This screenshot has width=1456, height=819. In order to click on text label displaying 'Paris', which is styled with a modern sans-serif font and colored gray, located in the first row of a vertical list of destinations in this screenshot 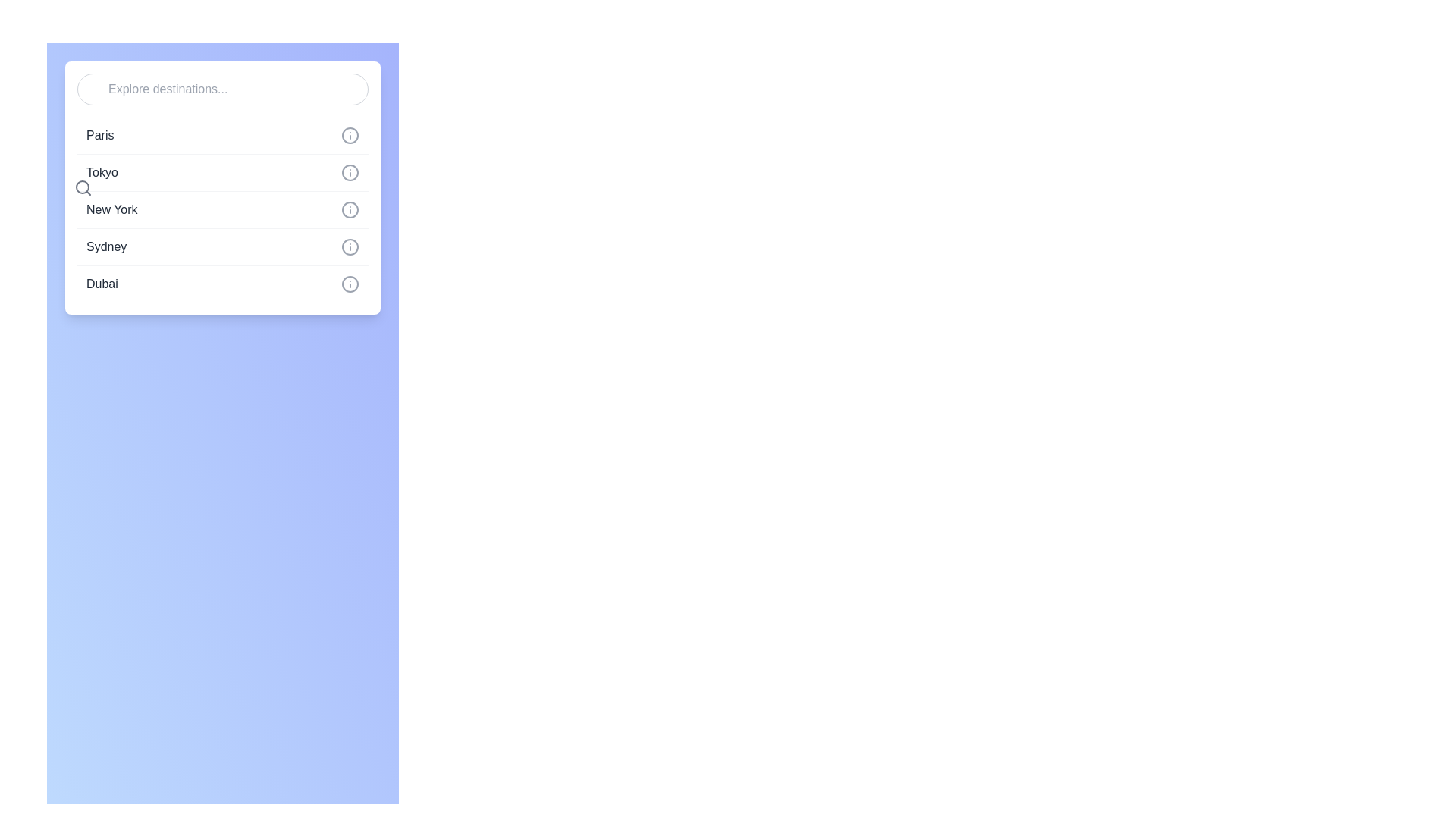, I will do `click(99, 134)`.